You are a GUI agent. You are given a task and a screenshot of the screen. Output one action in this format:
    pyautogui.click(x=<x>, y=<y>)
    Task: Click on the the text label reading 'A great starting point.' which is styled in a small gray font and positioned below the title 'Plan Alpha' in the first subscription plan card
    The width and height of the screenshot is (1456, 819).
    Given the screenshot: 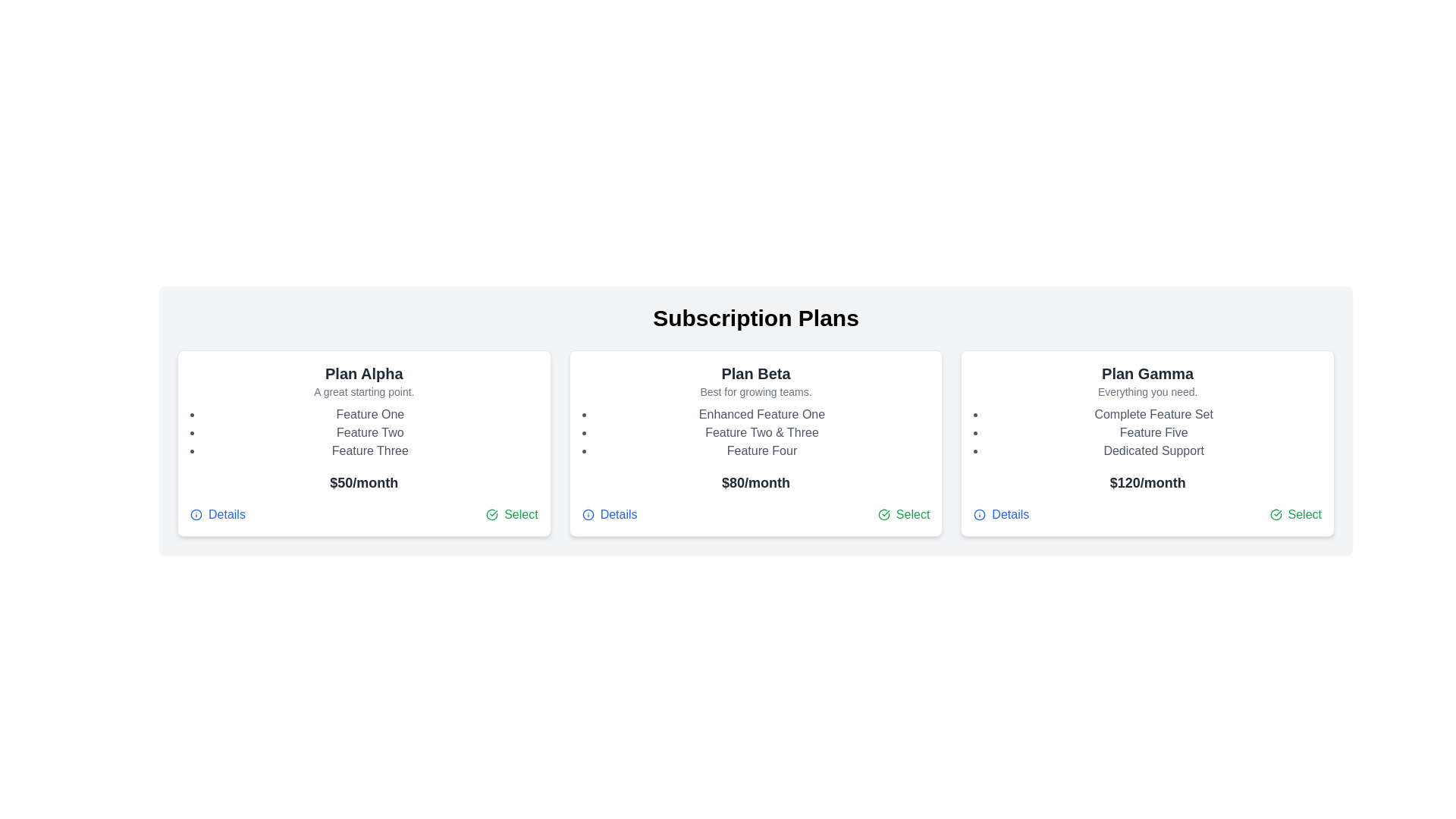 What is the action you would take?
    pyautogui.click(x=364, y=391)
    